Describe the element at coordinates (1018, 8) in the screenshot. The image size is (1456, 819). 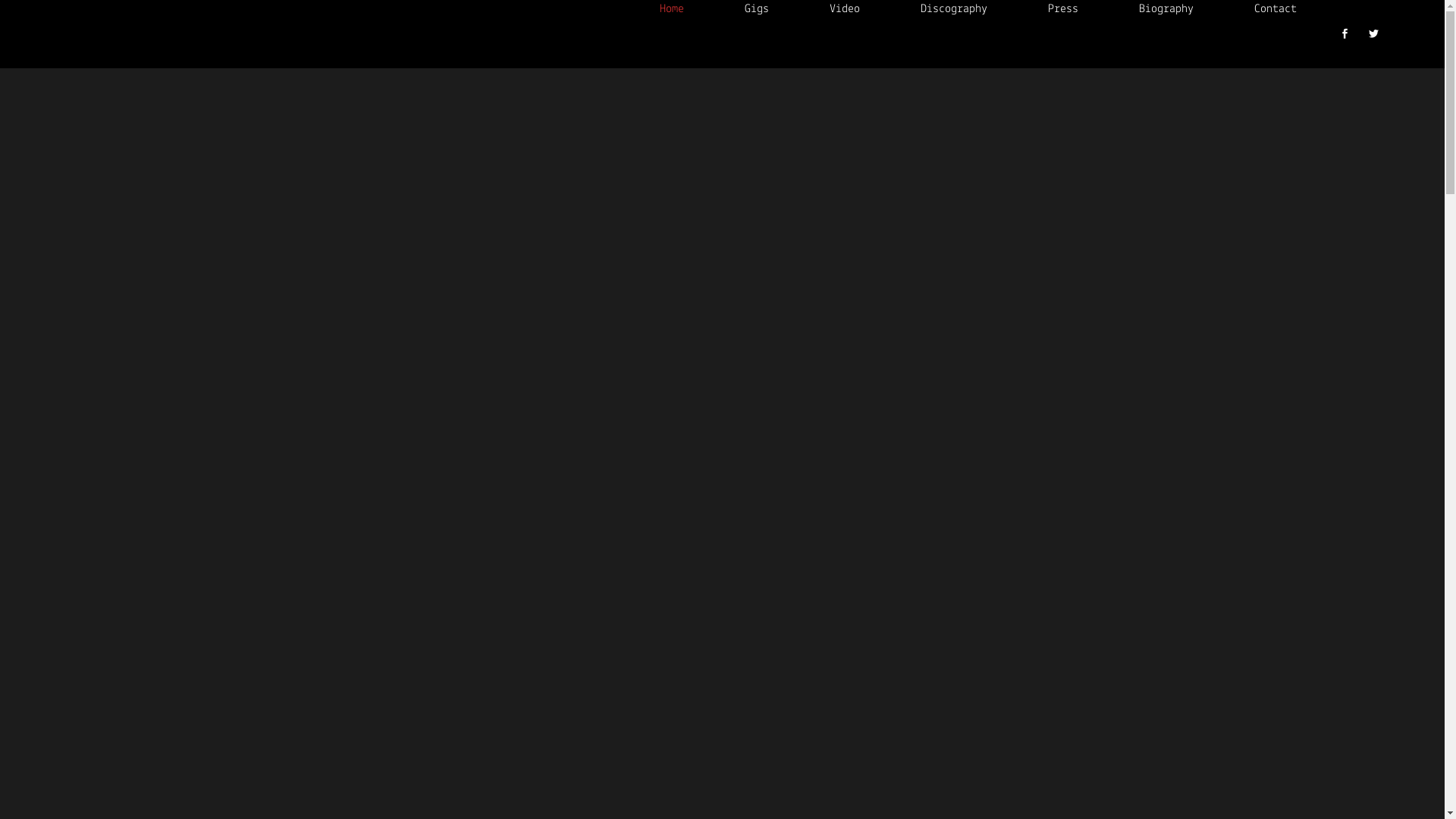
I see `'Press'` at that location.